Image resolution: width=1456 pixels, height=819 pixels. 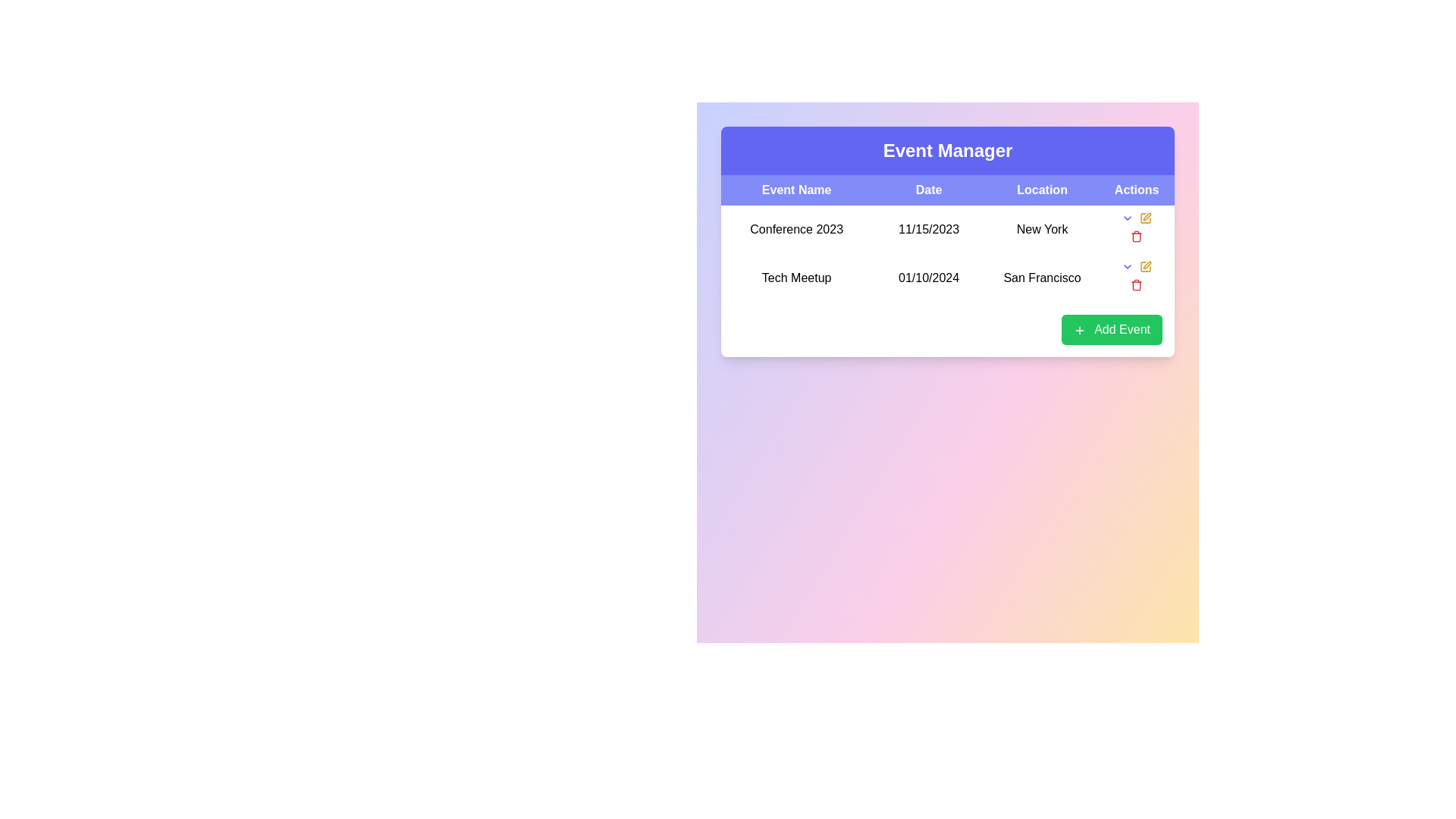 What do you see at coordinates (795, 230) in the screenshot?
I see `the text label representing the event name 'Conference 2023' located in the first cell of the 'Event Name' column under the header 'Event Manager'` at bounding box center [795, 230].